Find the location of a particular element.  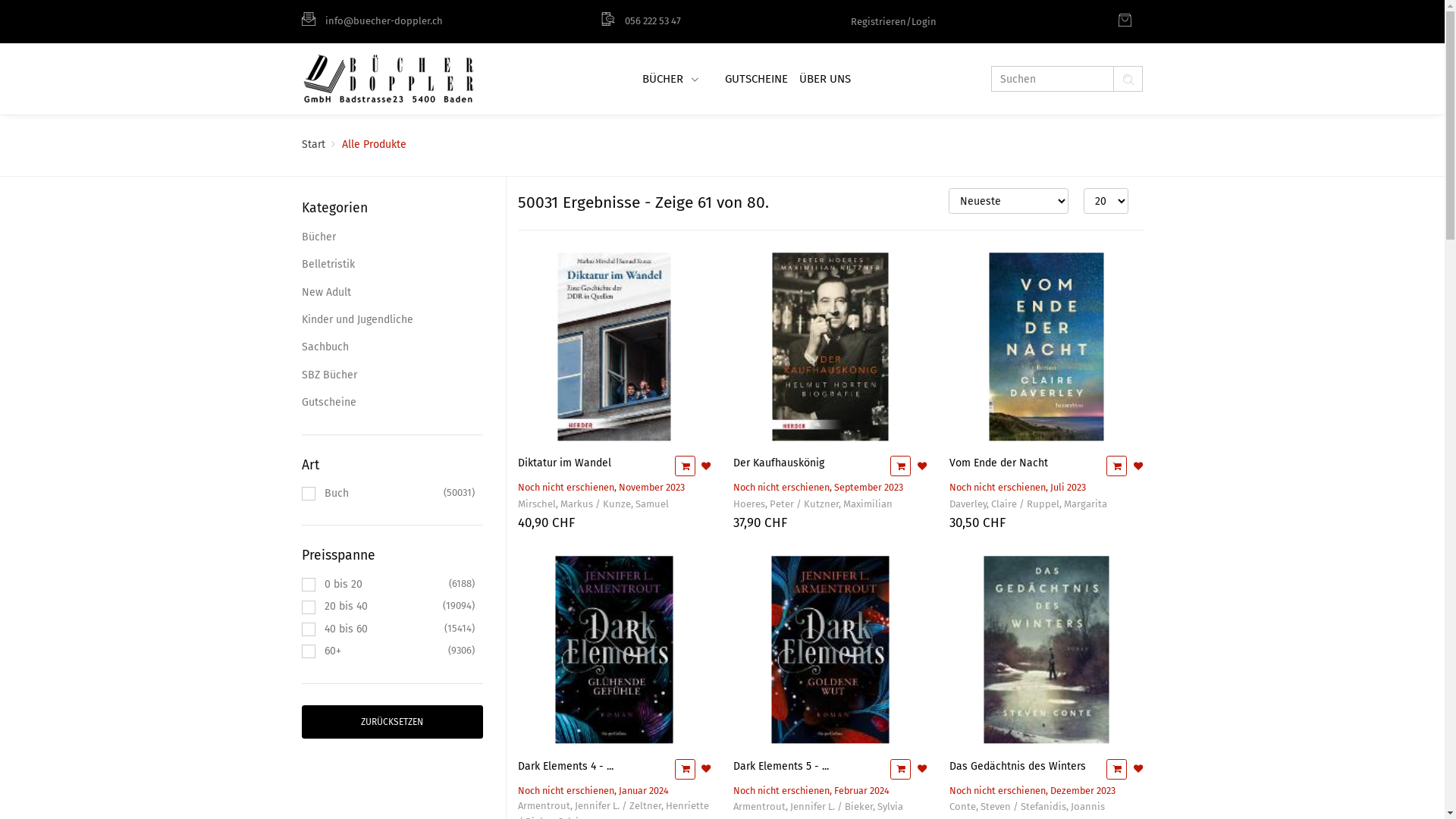

'Daverley, Claire / Ruppel, Margarita' is located at coordinates (1028, 504).